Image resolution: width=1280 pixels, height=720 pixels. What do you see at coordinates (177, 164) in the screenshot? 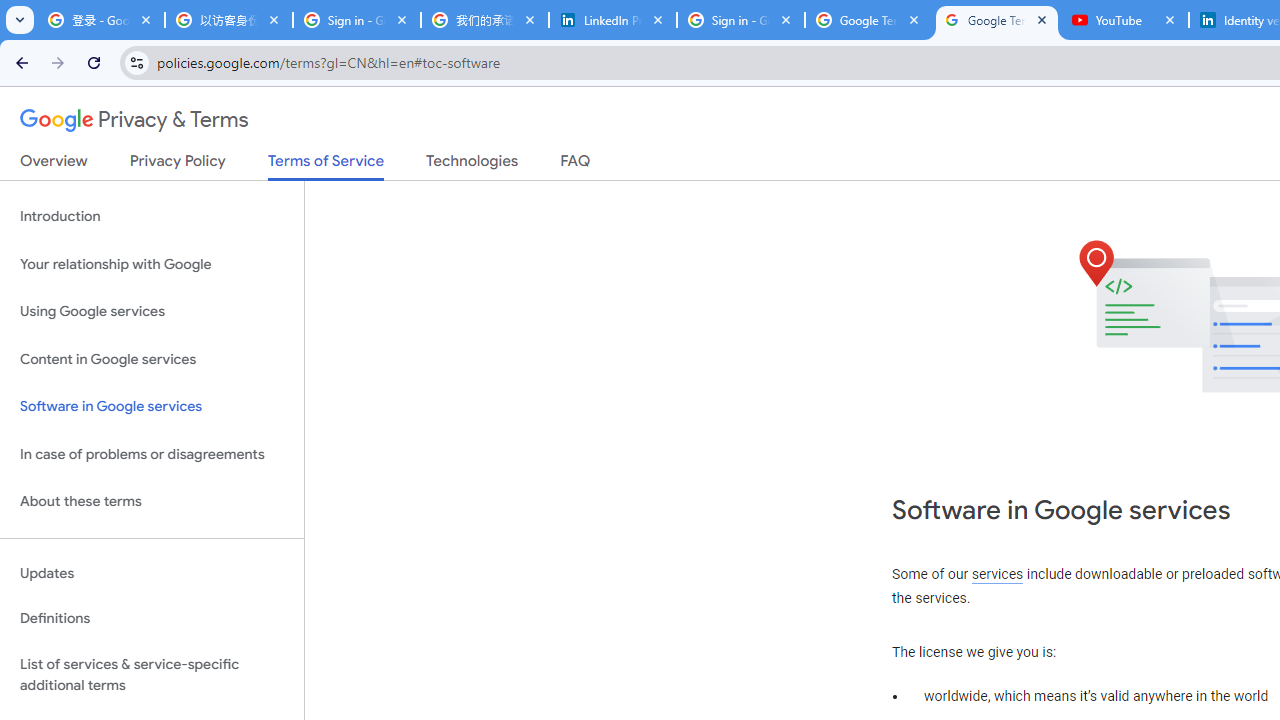
I see `'Privacy Policy'` at bounding box center [177, 164].